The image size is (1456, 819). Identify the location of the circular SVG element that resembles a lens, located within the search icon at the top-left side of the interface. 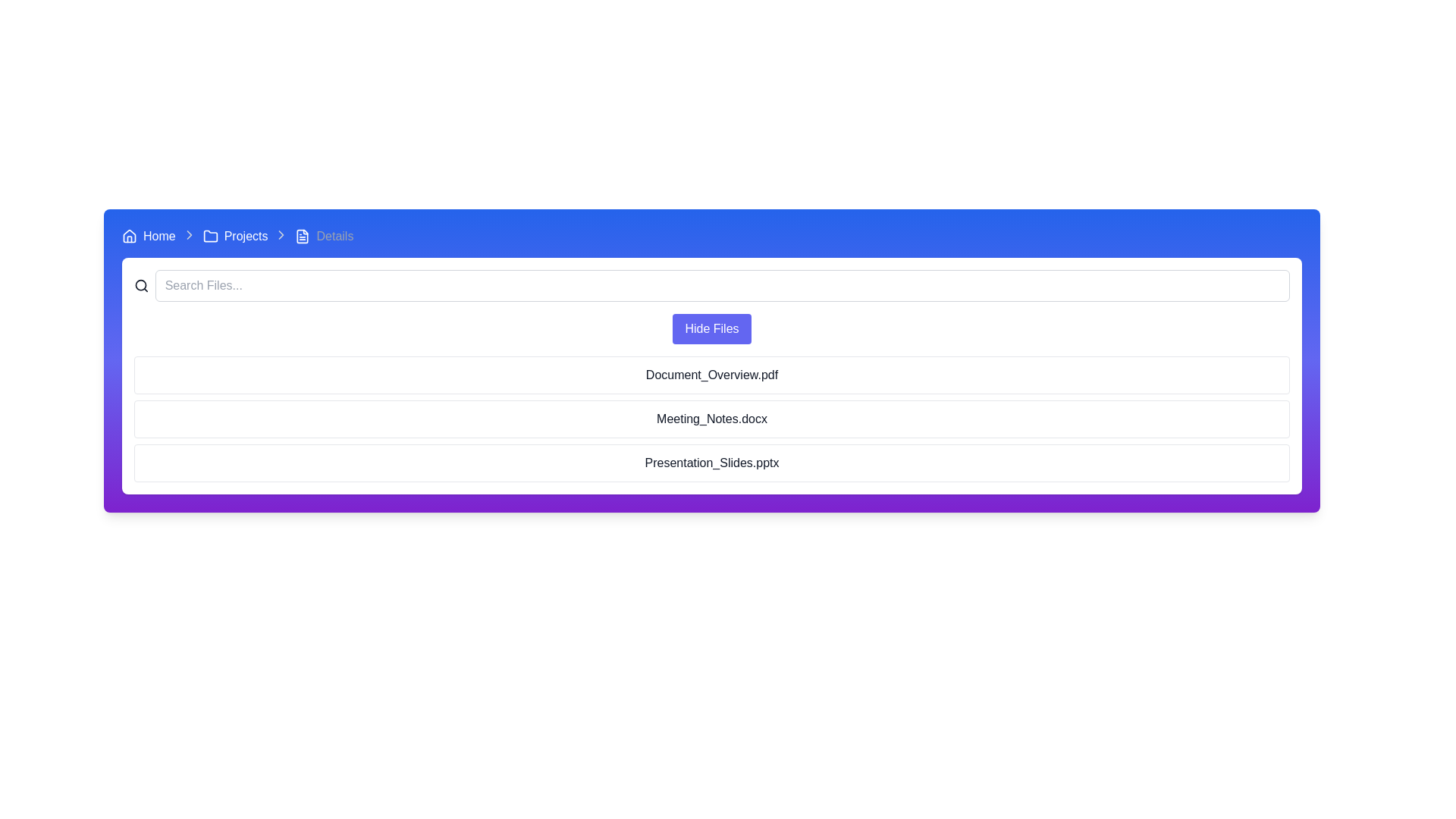
(141, 285).